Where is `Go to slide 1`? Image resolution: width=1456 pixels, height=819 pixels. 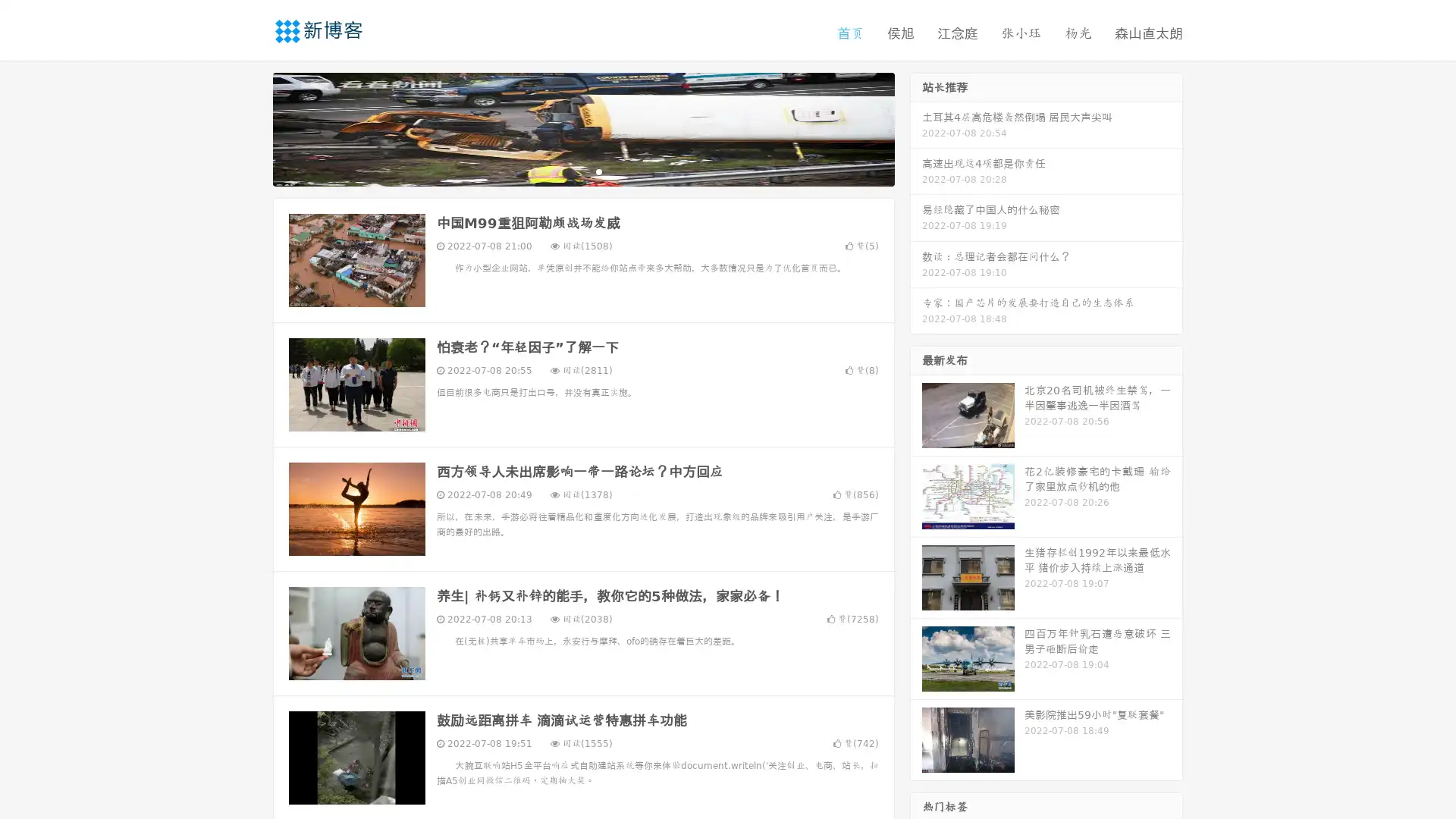
Go to slide 1 is located at coordinates (567, 171).